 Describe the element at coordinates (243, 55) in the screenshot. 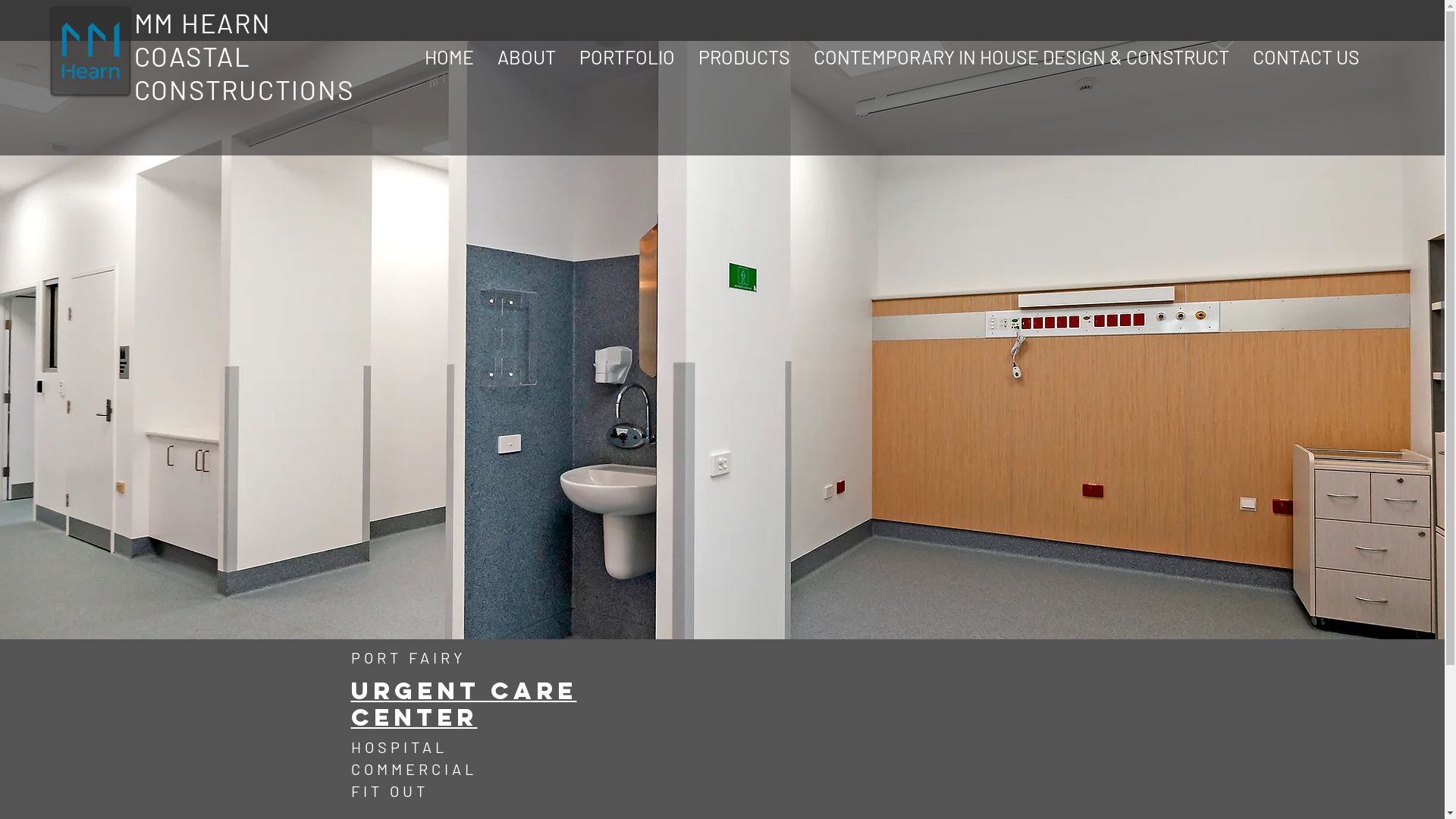

I see `'MM HEARN` at that location.